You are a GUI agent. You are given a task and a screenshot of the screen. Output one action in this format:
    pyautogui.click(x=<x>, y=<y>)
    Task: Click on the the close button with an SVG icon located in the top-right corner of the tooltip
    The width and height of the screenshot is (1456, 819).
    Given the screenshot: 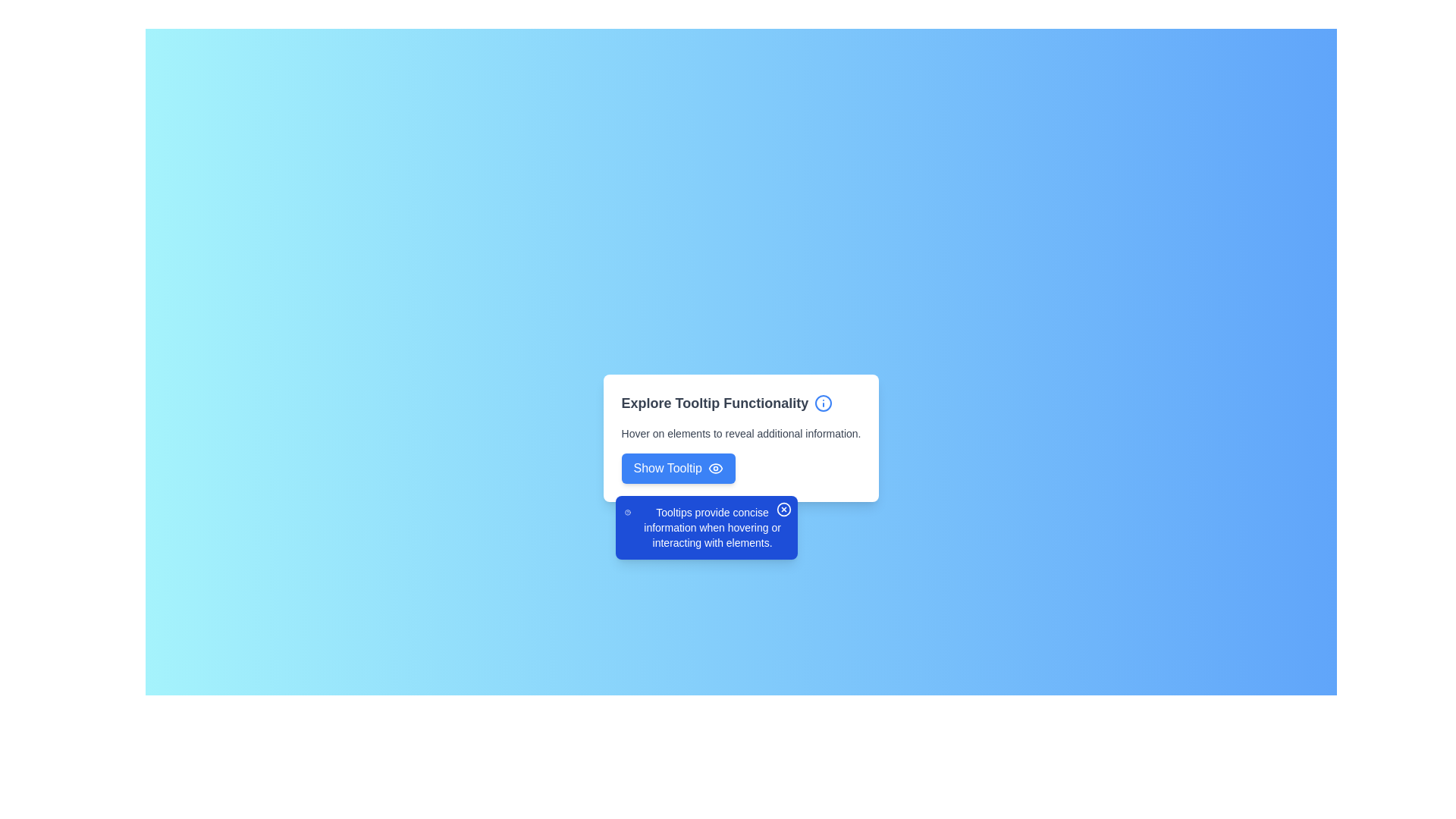 What is the action you would take?
    pyautogui.click(x=783, y=509)
    